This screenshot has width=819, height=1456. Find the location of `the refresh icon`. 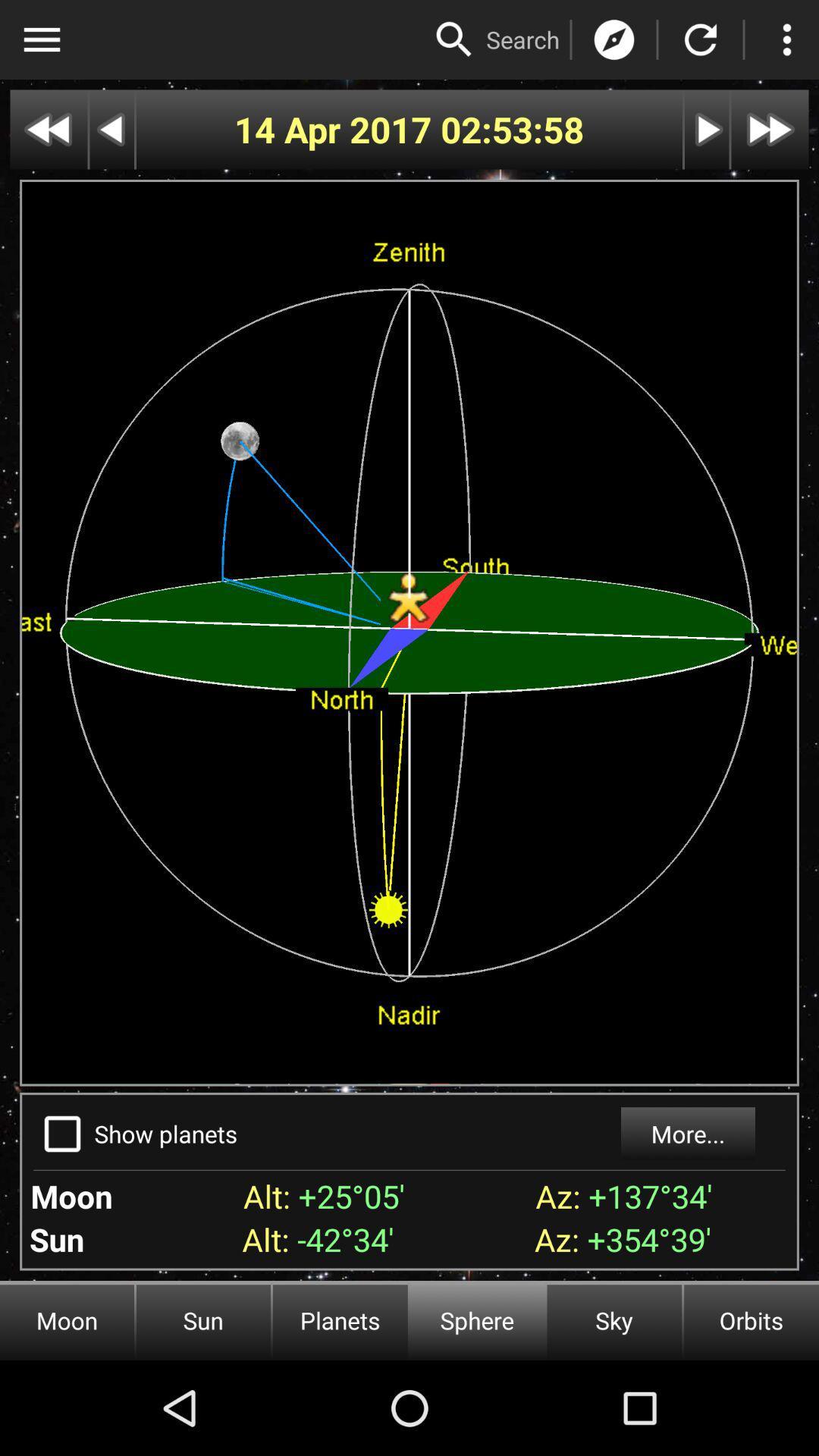

the refresh icon is located at coordinates (701, 39).